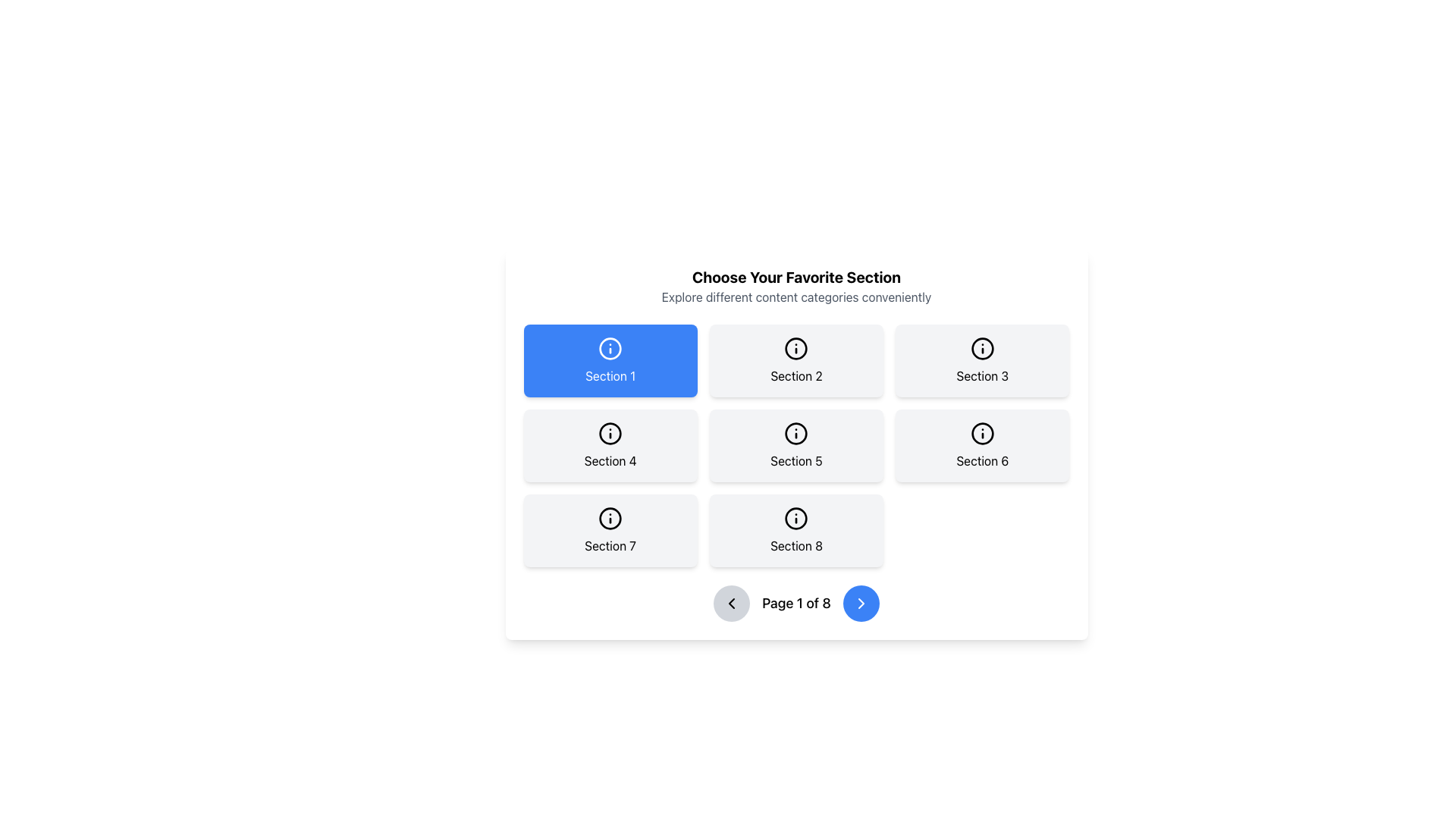 The width and height of the screenshot is (1456, 819). What do you see at coordinates (732, 602) in the screenshot?
I see `the circular button with a light gray background and a leftward-pointing chevron icon located in the pagination section beneath the grid` at bounding box center [732, 602].